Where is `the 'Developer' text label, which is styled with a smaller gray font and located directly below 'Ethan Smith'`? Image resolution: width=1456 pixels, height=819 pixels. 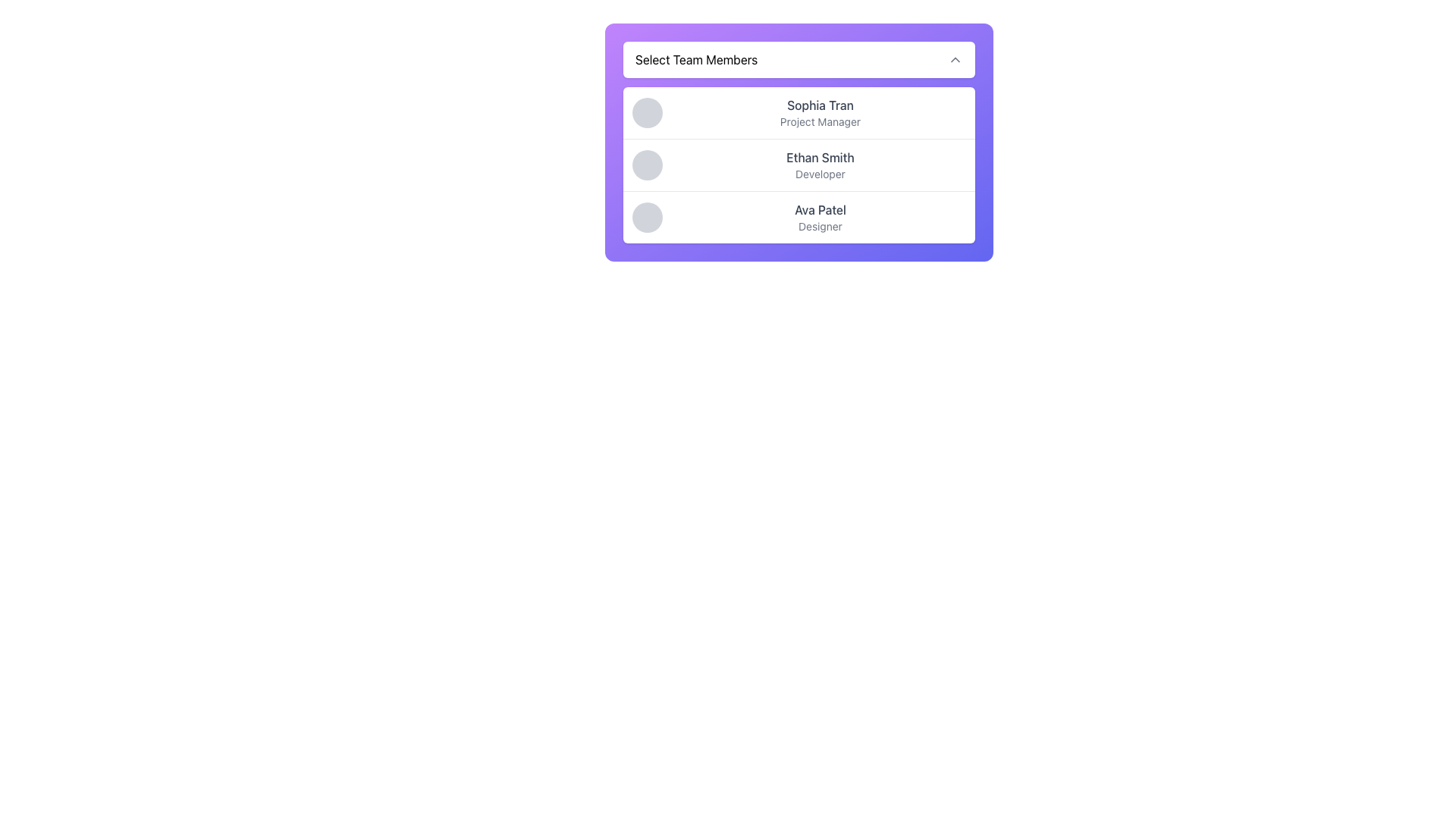 the 'Developer' text label, which is styled with a smaller gray font and located directly below 'Ethan Smith' is located at coordinates (819, 174).